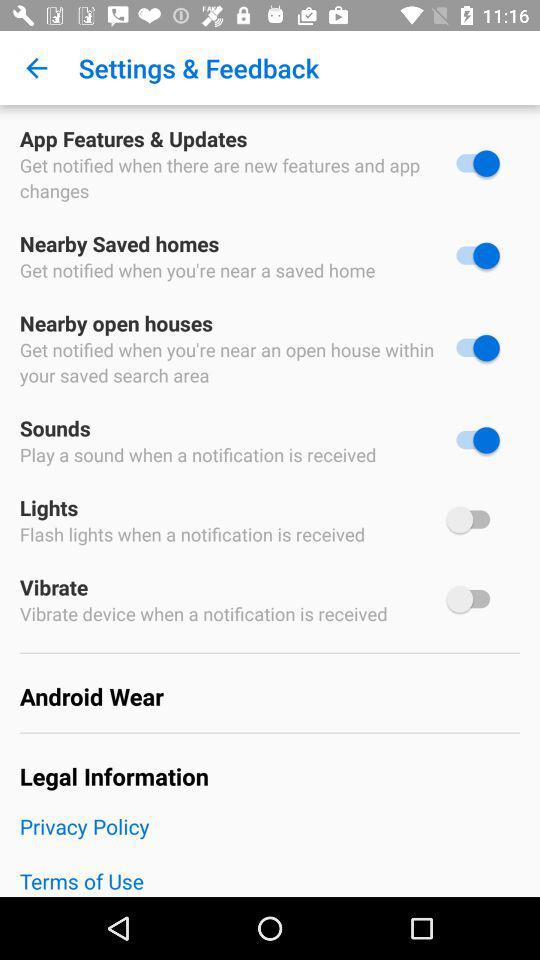 The image size is (540, 960). I want to click on app to the left of the settings & feedback icon, so click(36, 68).